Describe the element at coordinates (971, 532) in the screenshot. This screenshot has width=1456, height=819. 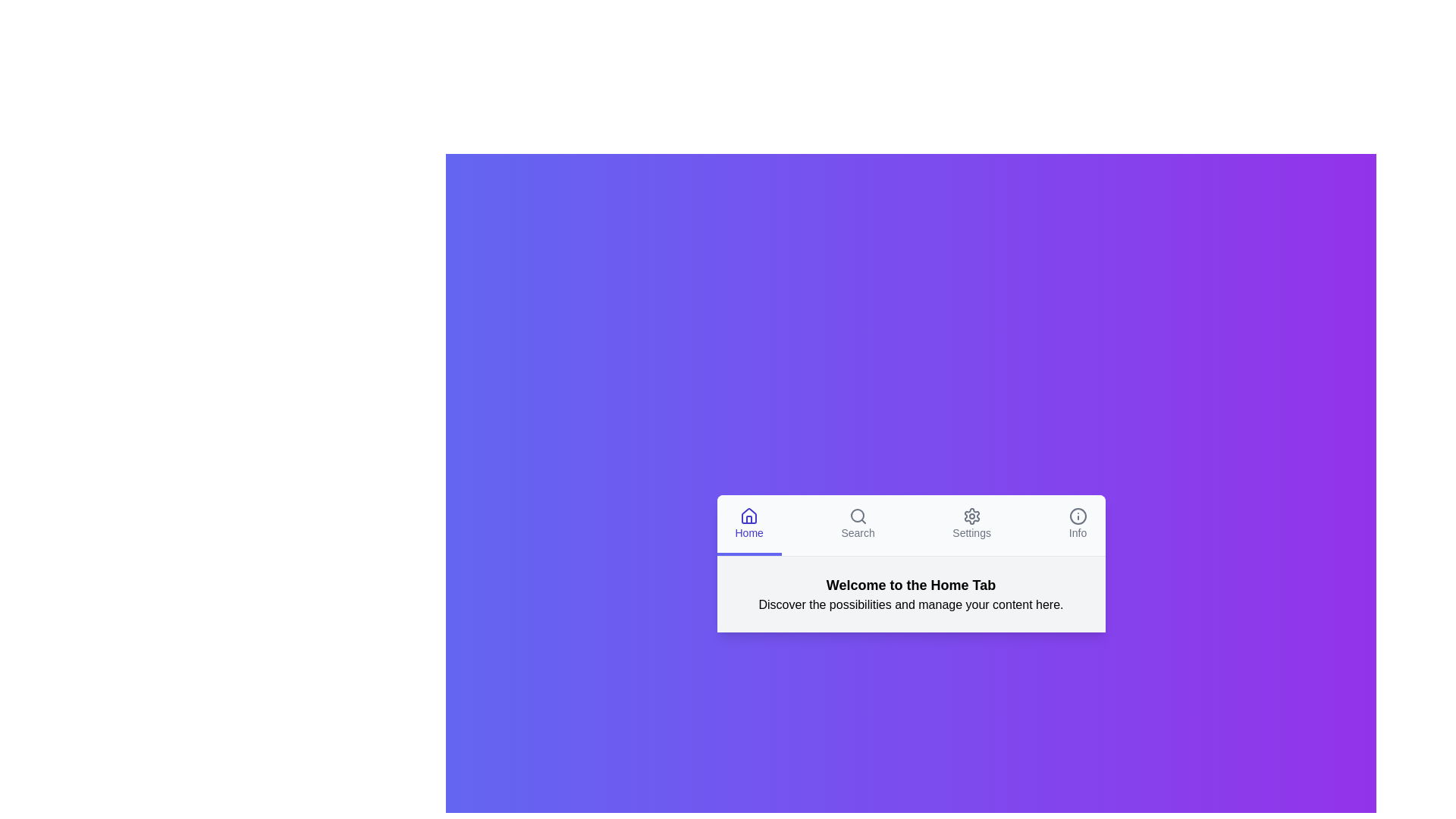
I see `the Text label in the bottom navigation bar that indicates the settings interface, positioned third from the left` at that location.